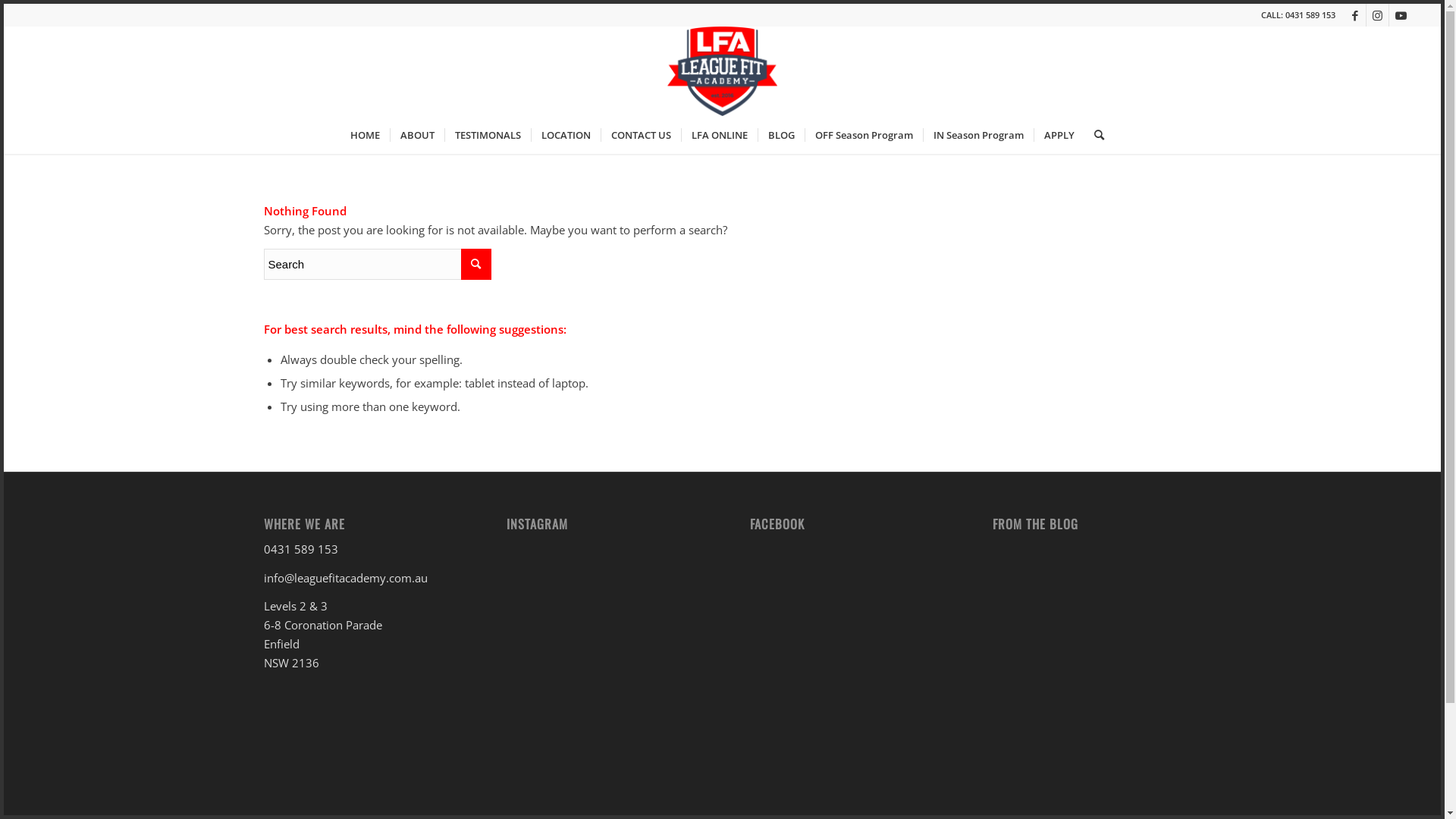  Describe the element at coordinates (922, 133) in the screenshot. I see `'IN Season Program'` at that location.